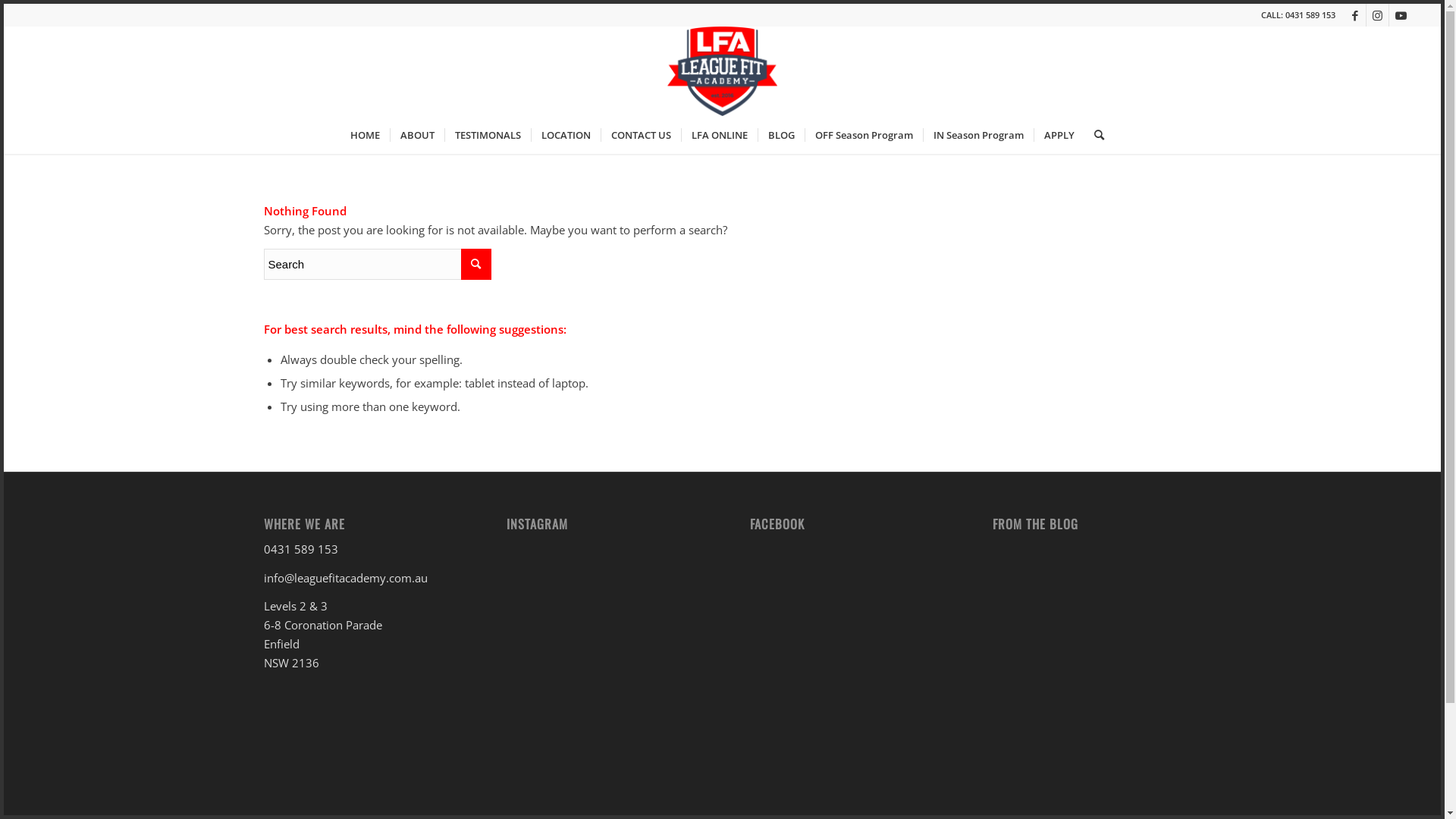  Describe the element at coordinates (922, 133) in the screenshot. I see `'IN Season Program'` at that location.